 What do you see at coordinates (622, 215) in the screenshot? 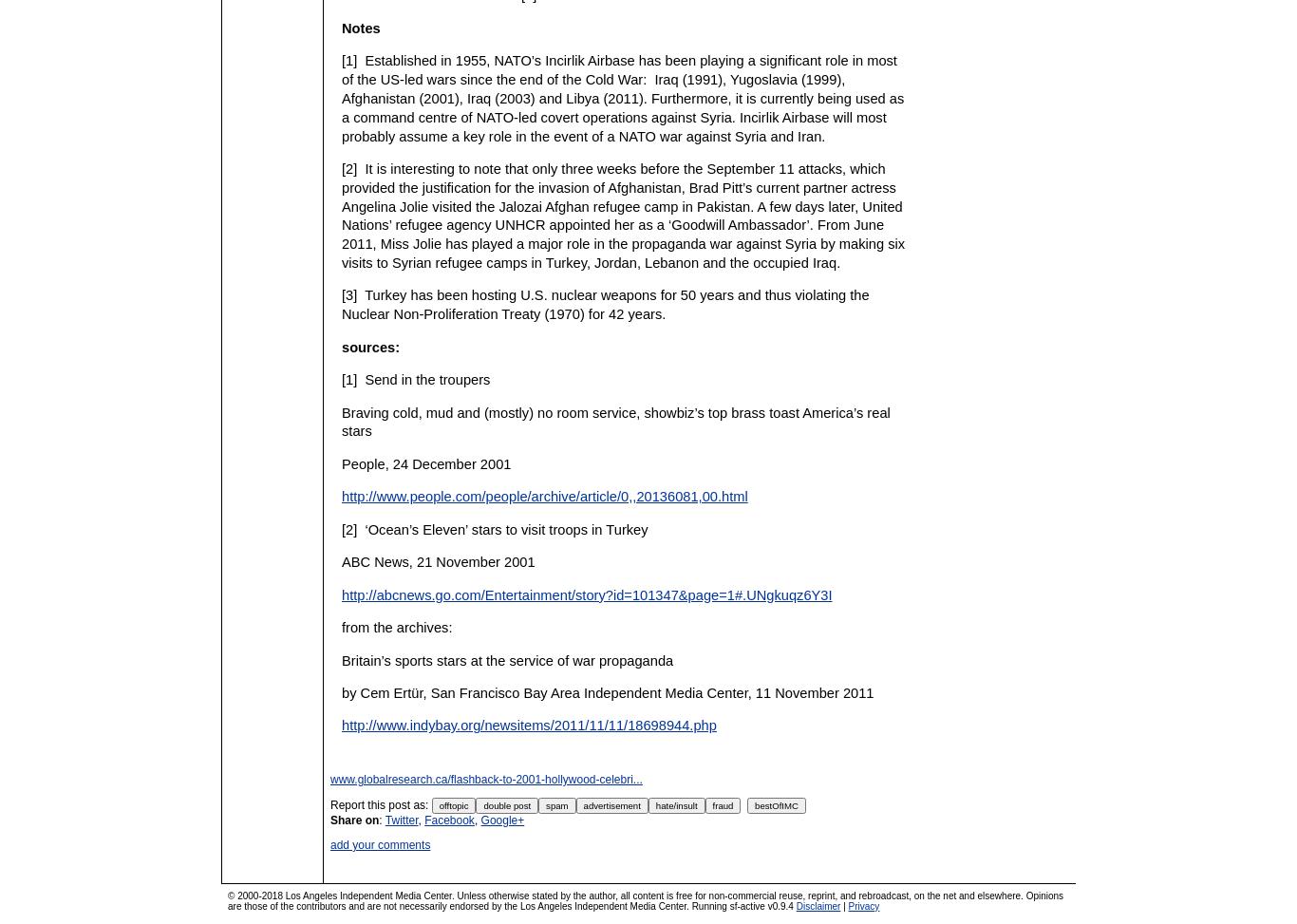
I see `'[2]  It is interesting
to note that only three weeks before the September 11 attacks, which
provided the justification for the invasion of Afghanistan, Brad
Pitt’s current partner actress Angelina Jolie visited the
Jalozai Afghan refugee camp in Pakistan. A few days later, United
Nations’ refugee agency UNHCR appointed her as a
‘Goodwill Ambassador’. From June 2011, Miss Jolie
has played a major role in the propaganda war against Syria by making
six visits to Syrian refugee camps in Turkey, Jordan, Lebanon and the
occupied Iraq.'` at bounding box center [622, 215].